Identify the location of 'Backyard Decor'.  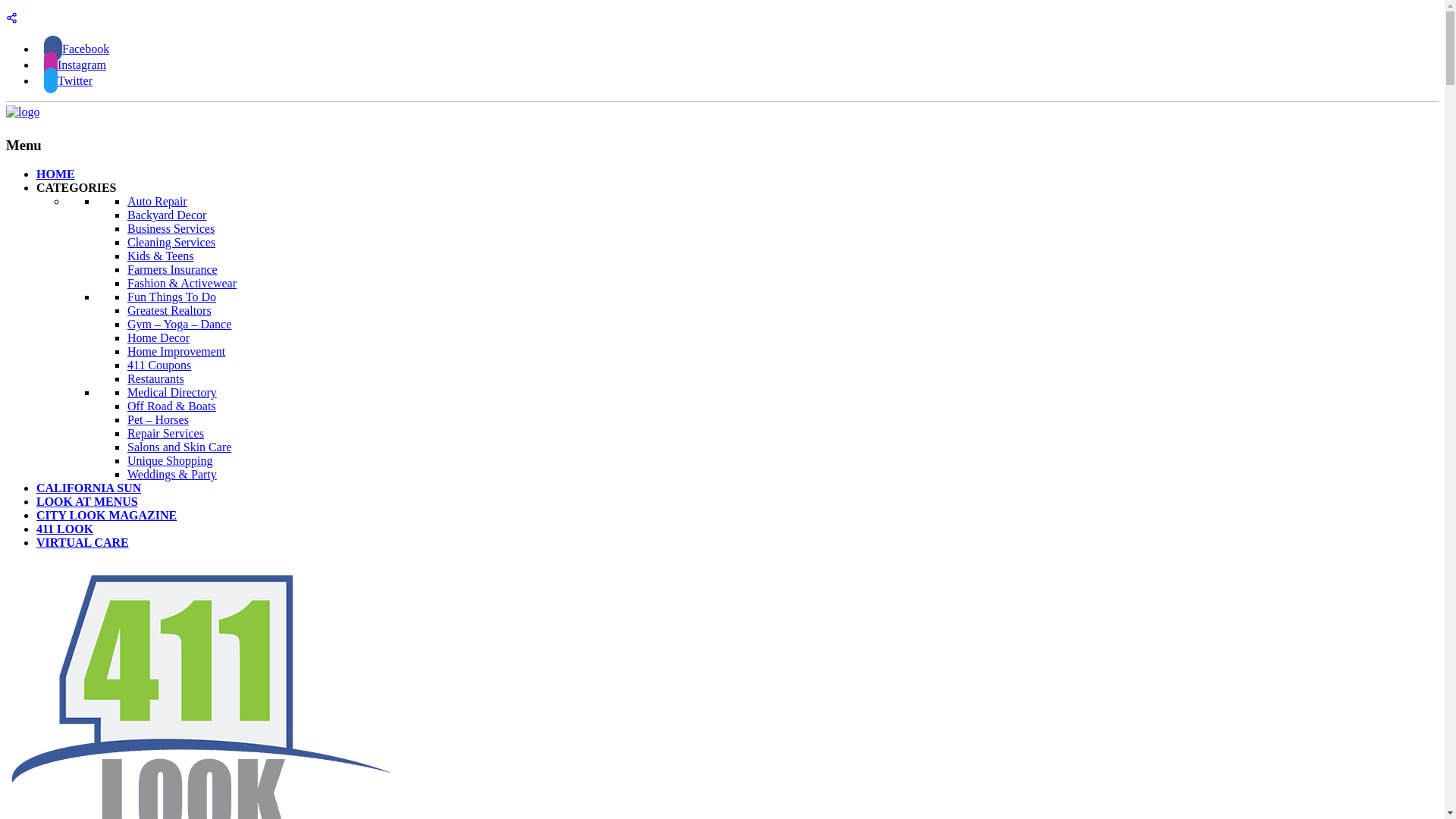
(167, 215).